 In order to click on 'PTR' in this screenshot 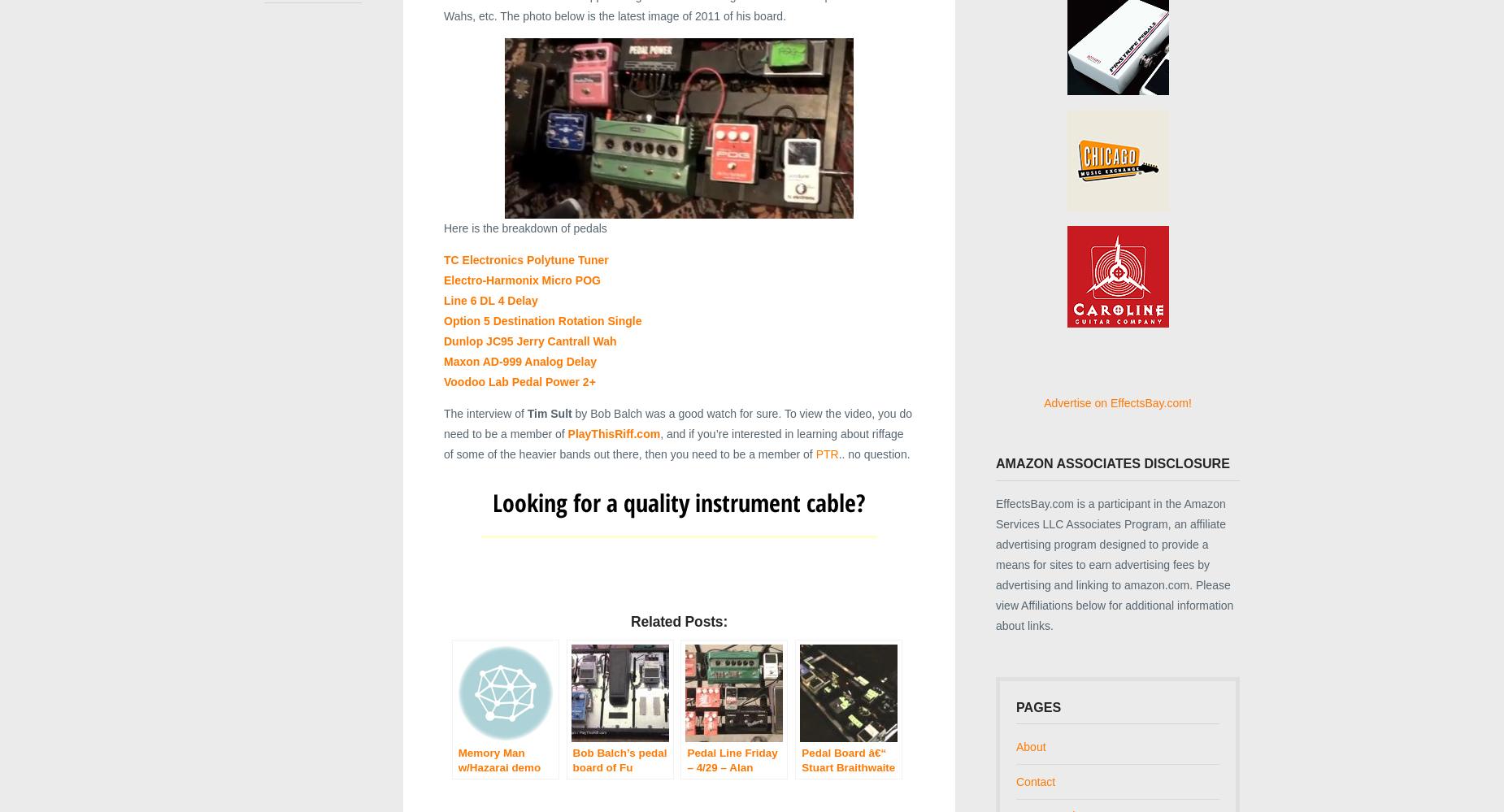, I will do `click(825, 454)`.